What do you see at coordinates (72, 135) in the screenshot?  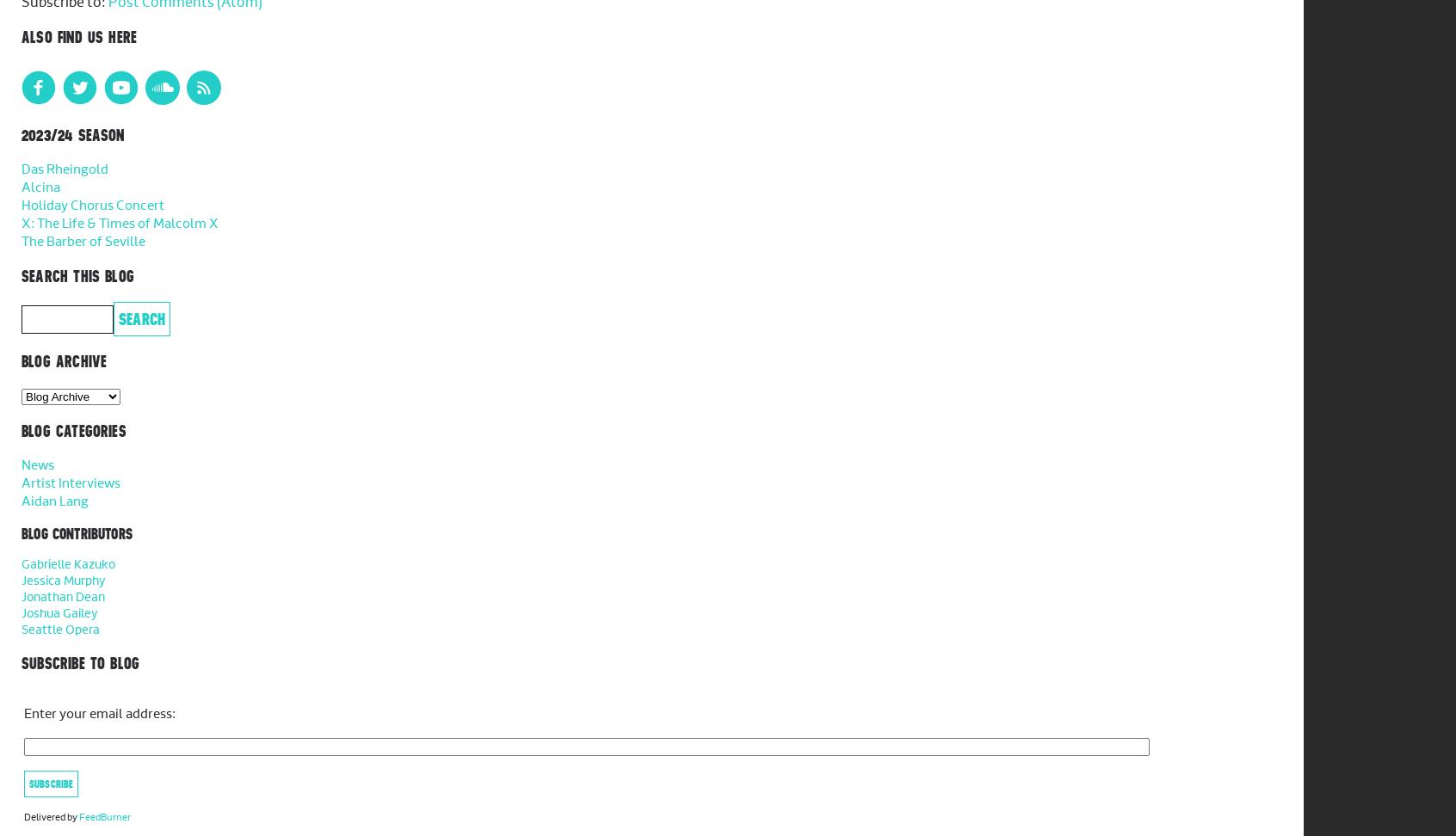 I see `'2023/24 Season'` at bounding box center [72, 135].